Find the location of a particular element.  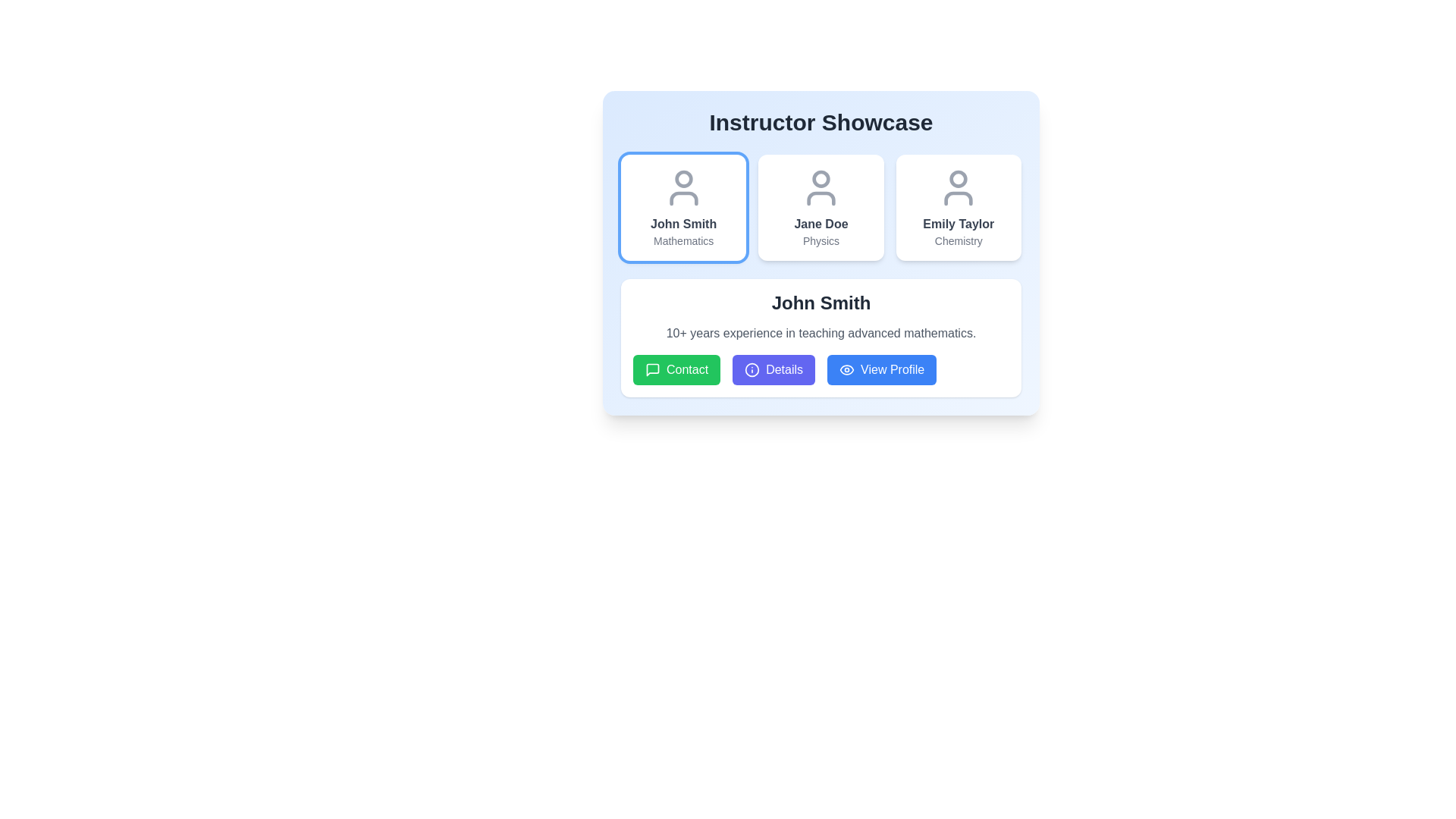

the grouped collection of buttons related to 'John Smith's' profile is located at coordinates (821, 370).